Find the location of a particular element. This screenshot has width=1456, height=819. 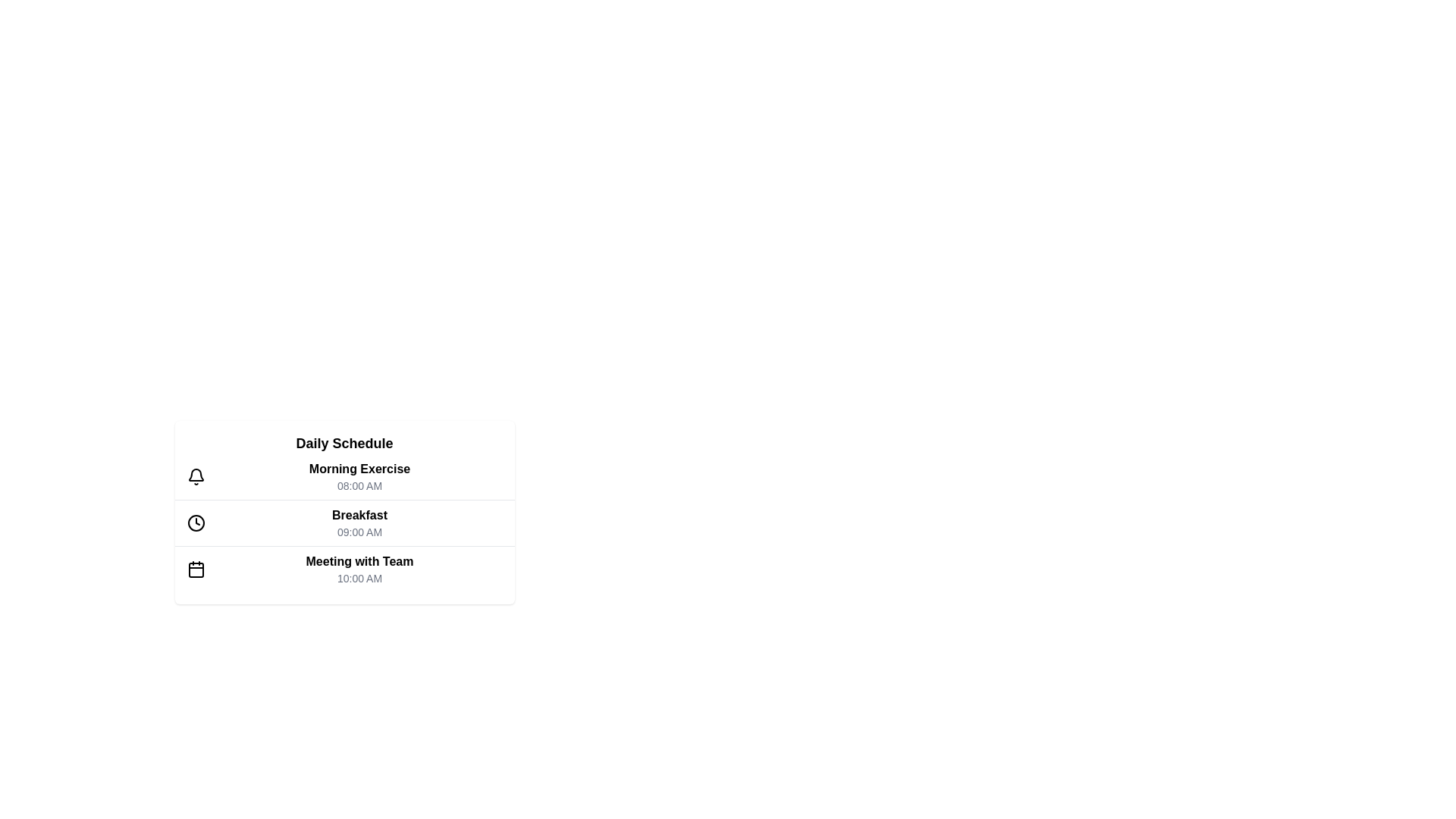

the text label displaying '08:00 AM' located under 'Morning Exercise' in the 'Daily Schedule' section is located at coordinates (359, 485).